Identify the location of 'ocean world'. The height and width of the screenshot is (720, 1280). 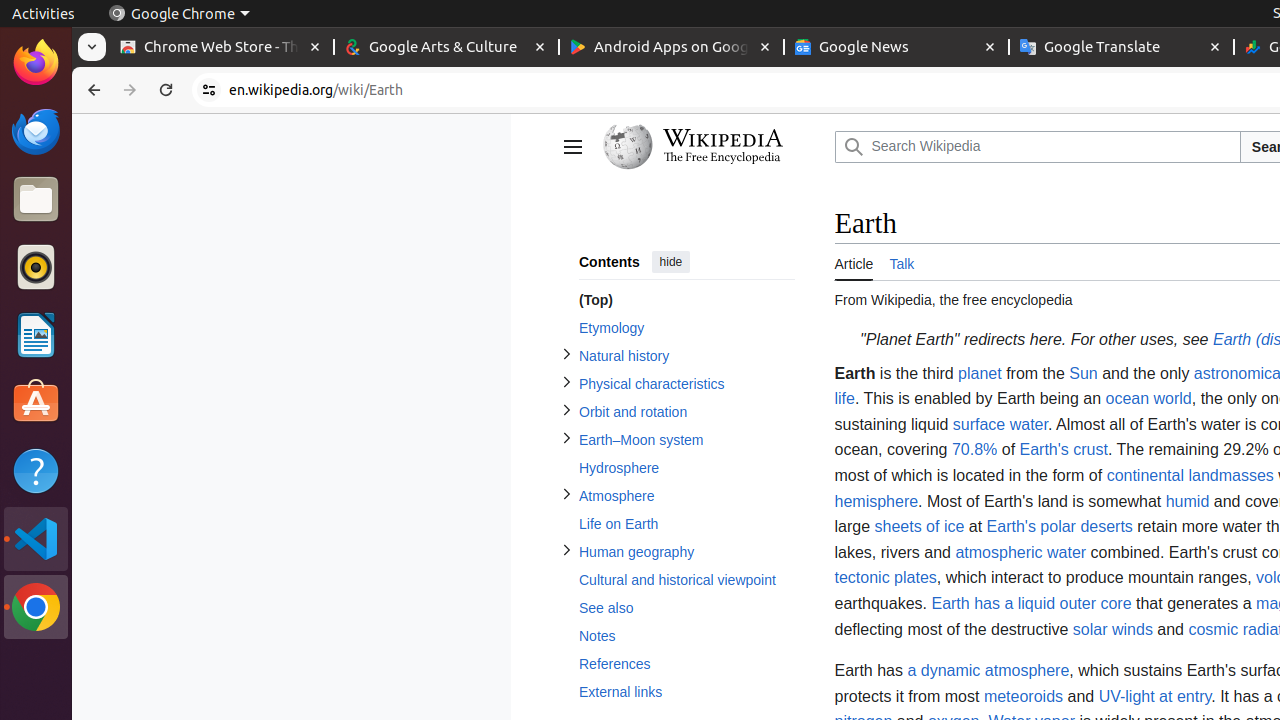
(1148, 399).